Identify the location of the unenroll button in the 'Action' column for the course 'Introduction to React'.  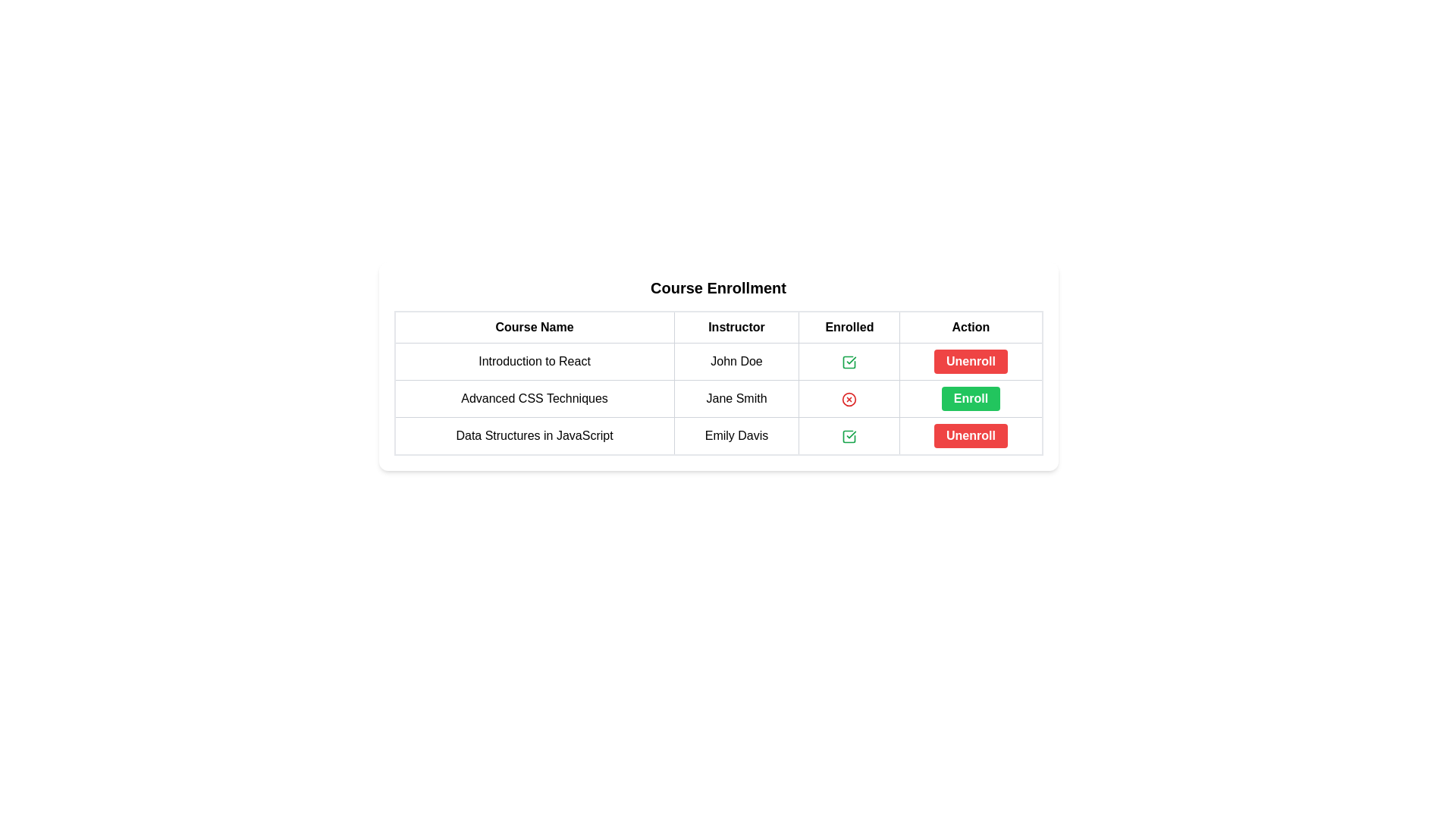
(971, 362).